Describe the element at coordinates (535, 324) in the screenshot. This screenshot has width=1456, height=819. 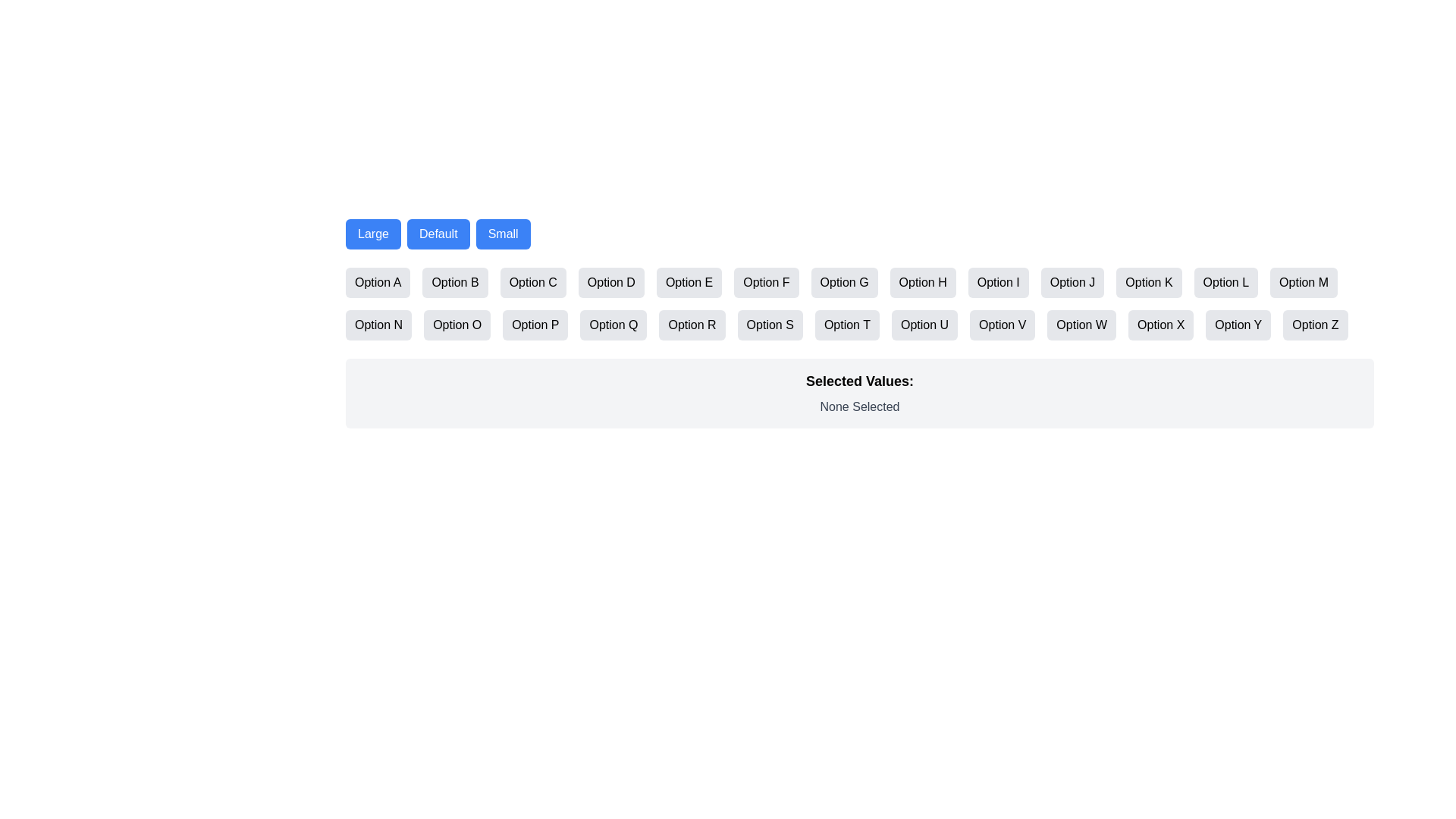
I see `the button labeled 'Option P' which is the third button from the left in the second row of a grid layout below the blue buttons labeled 'Large', 'Default', and 'Small'` at that location.